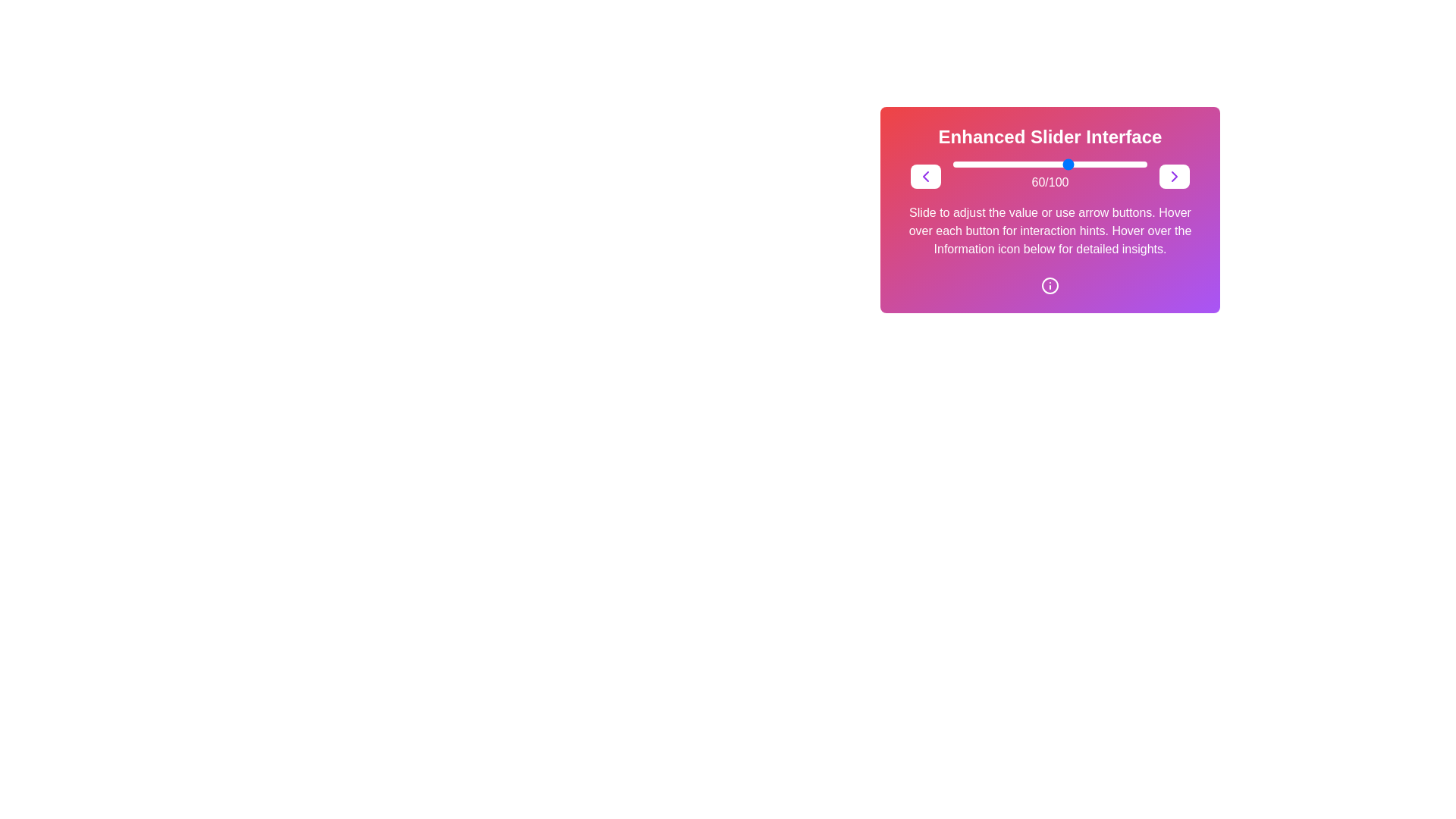  I want to click on the slider, so click(1075, 164).